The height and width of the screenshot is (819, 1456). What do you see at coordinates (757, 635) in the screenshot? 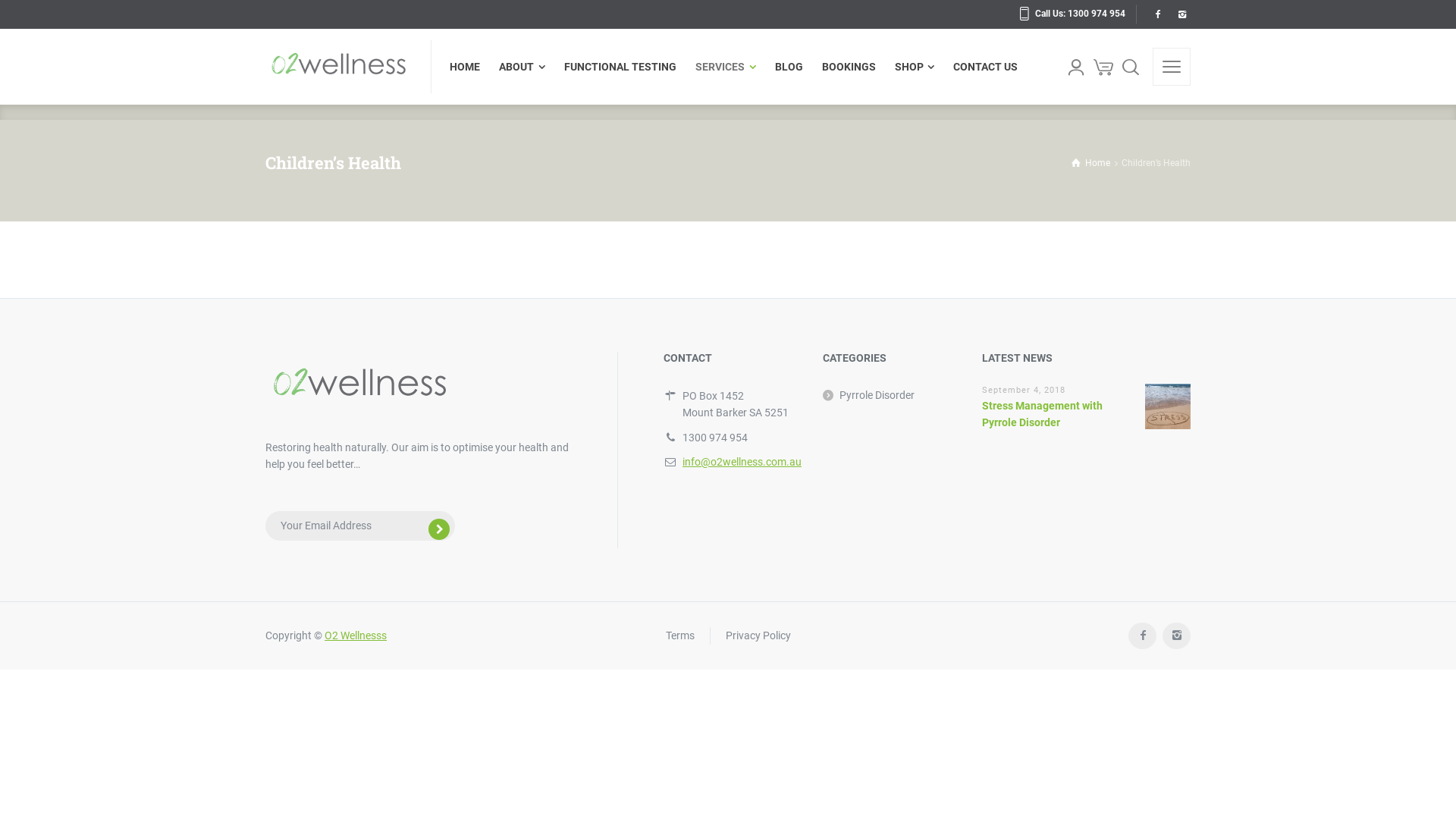
I see `'Privacy Policy'` at bounding box center [757, 635].